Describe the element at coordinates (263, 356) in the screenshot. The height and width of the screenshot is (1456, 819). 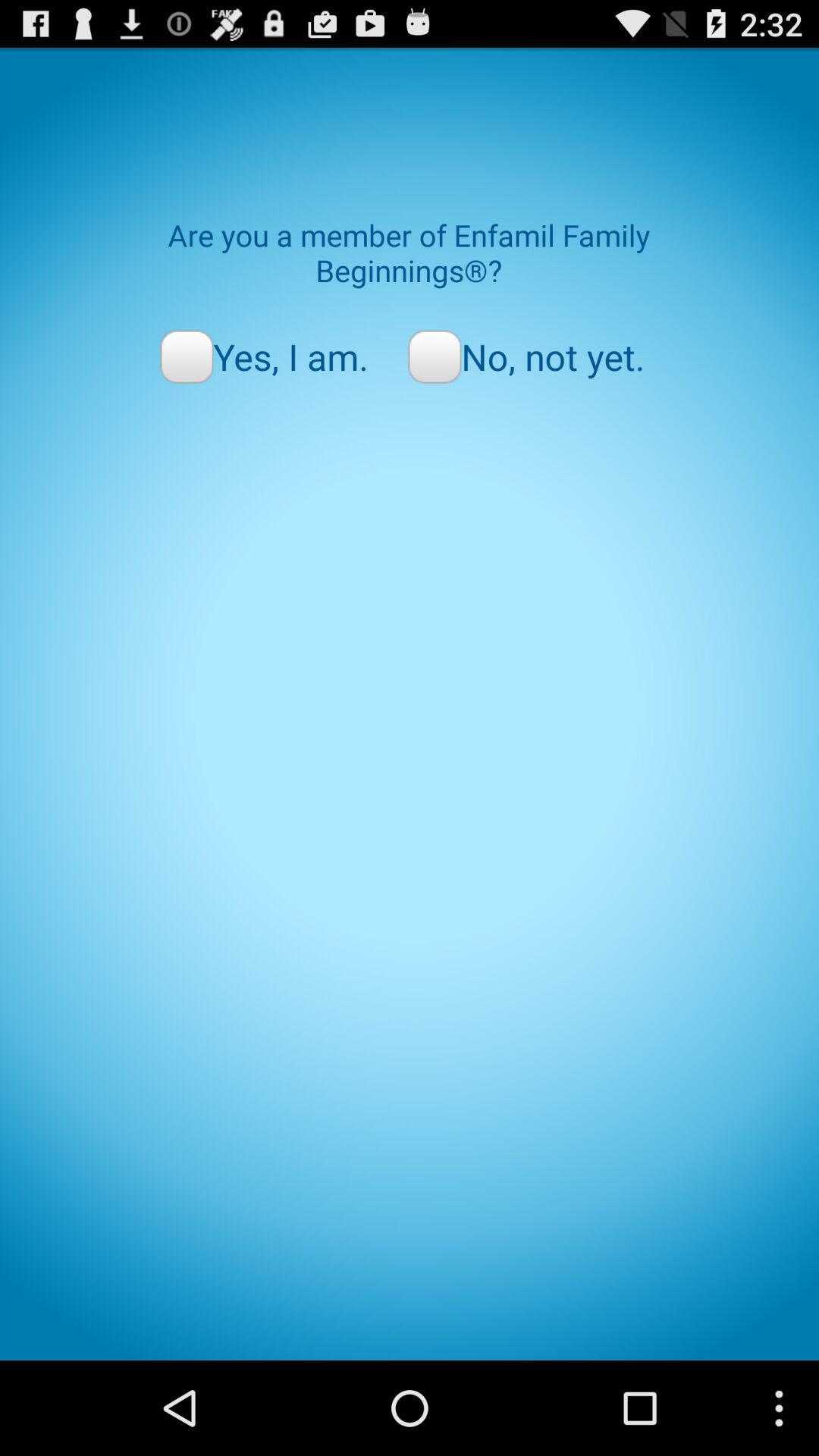
I see `the icon at the top left corner` at that location.